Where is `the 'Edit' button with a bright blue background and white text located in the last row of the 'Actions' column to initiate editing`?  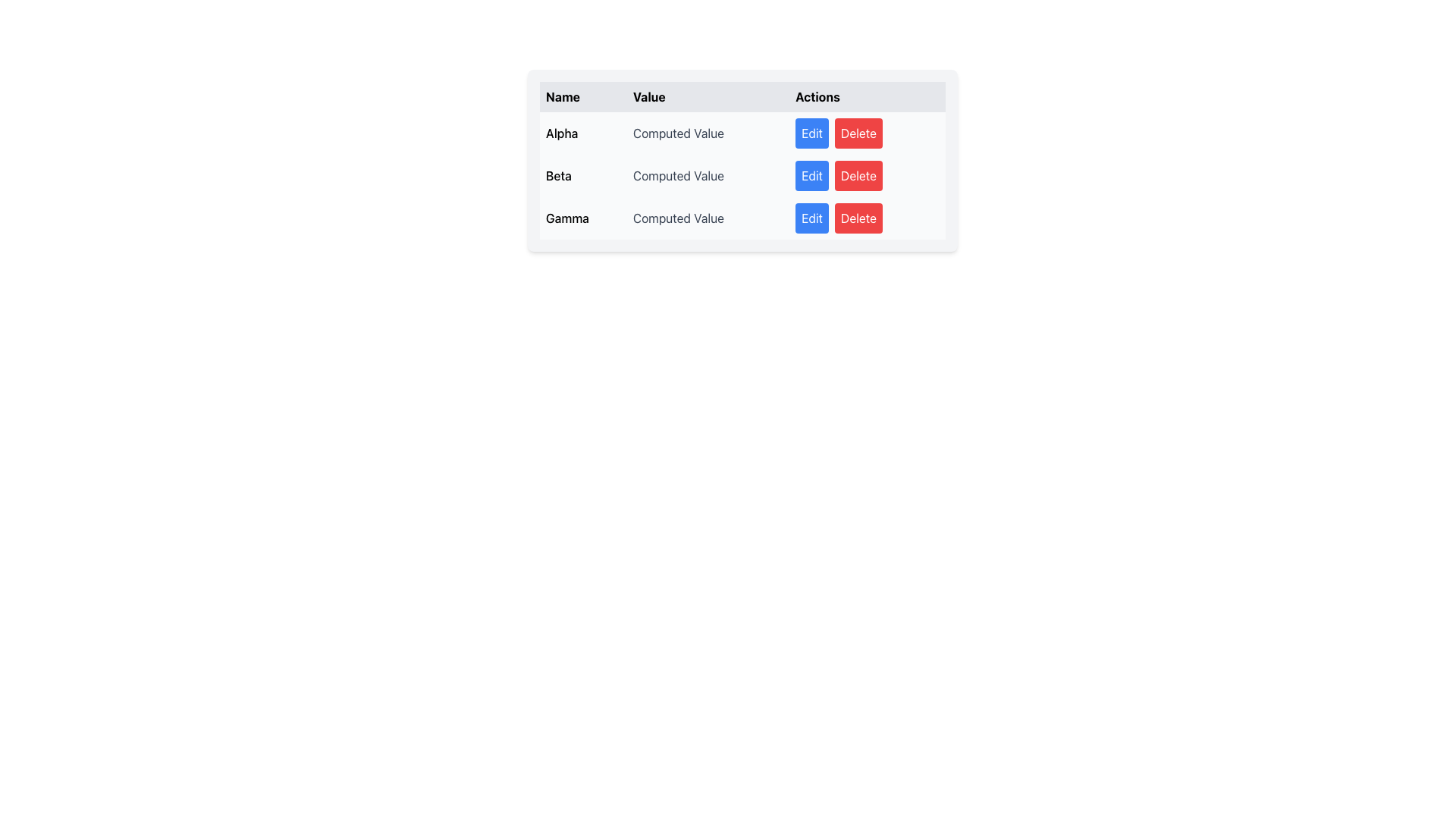
the 'Edit' button with a bright blue background and white text located in the last row of the 'Actions' column to initiate editing is located at coordinates (811, 218).